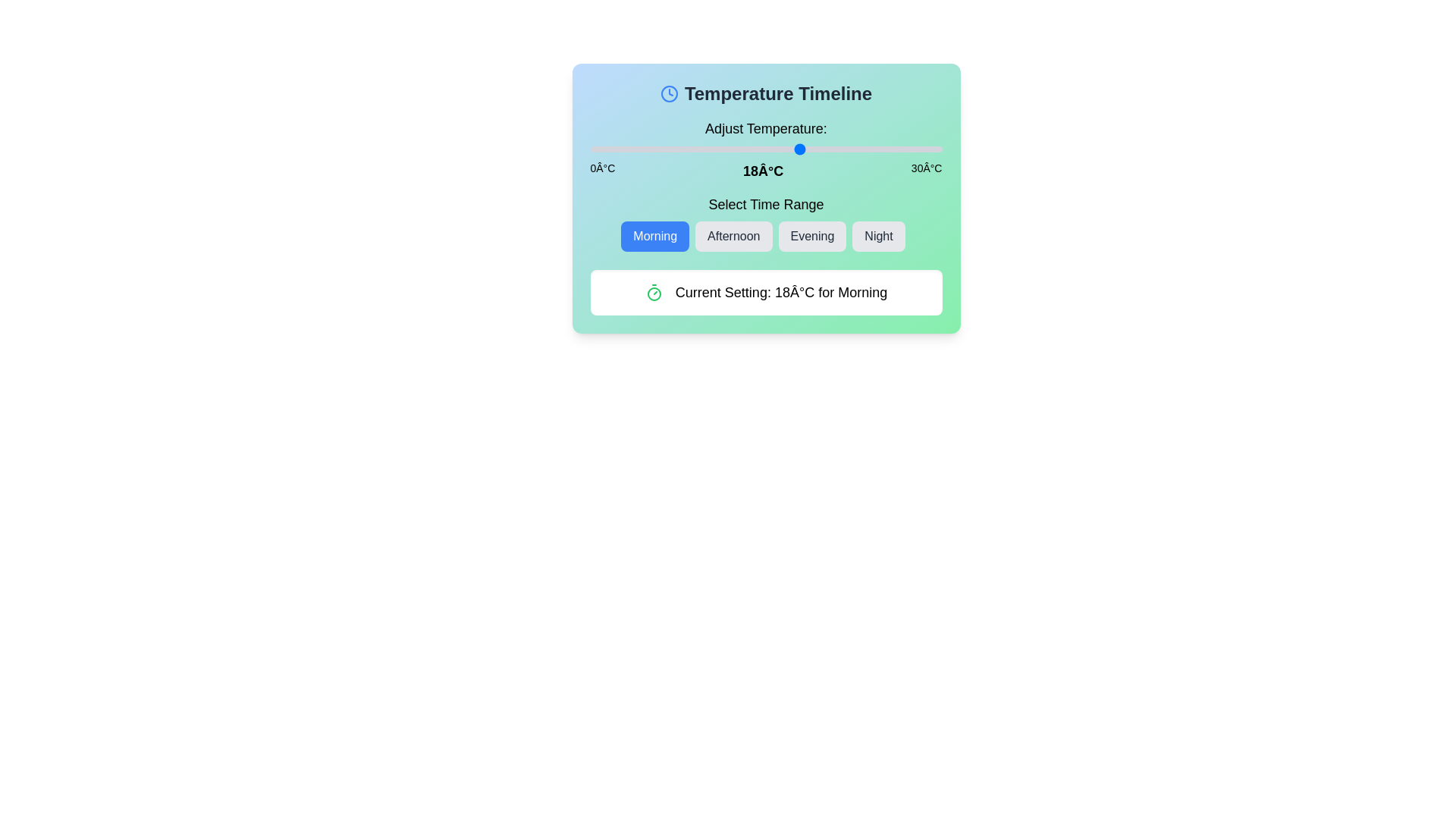 Image resolution: width=1456 pixels, height=819 pixels. What do you see at coordinates (824, 149) in the screenshot?
I see `the temperature slider to set the temperature to 20°C` at bounding box center [824, 149].